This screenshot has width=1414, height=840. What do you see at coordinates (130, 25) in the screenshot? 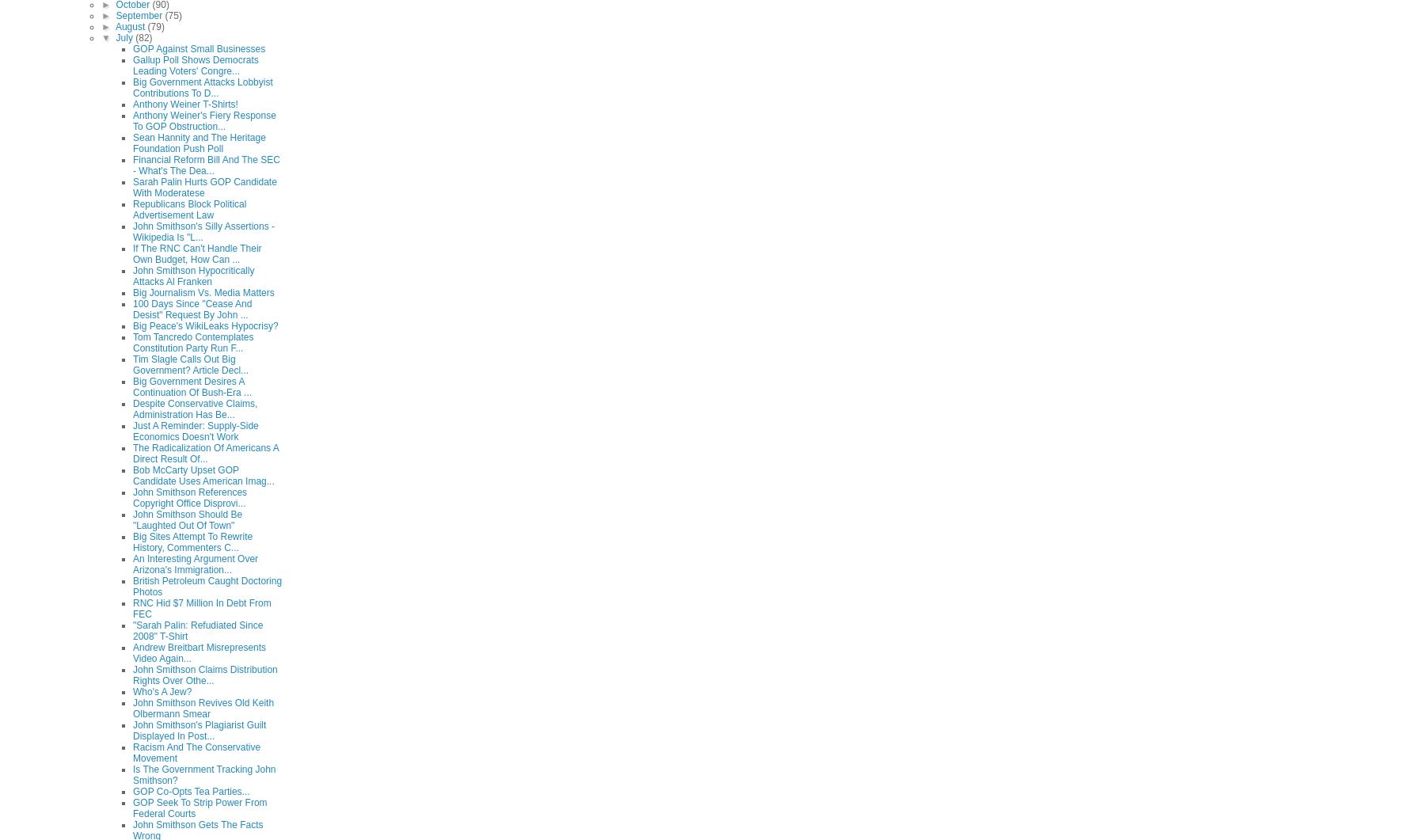
I see `'August'` at bounding box center [130, 25].